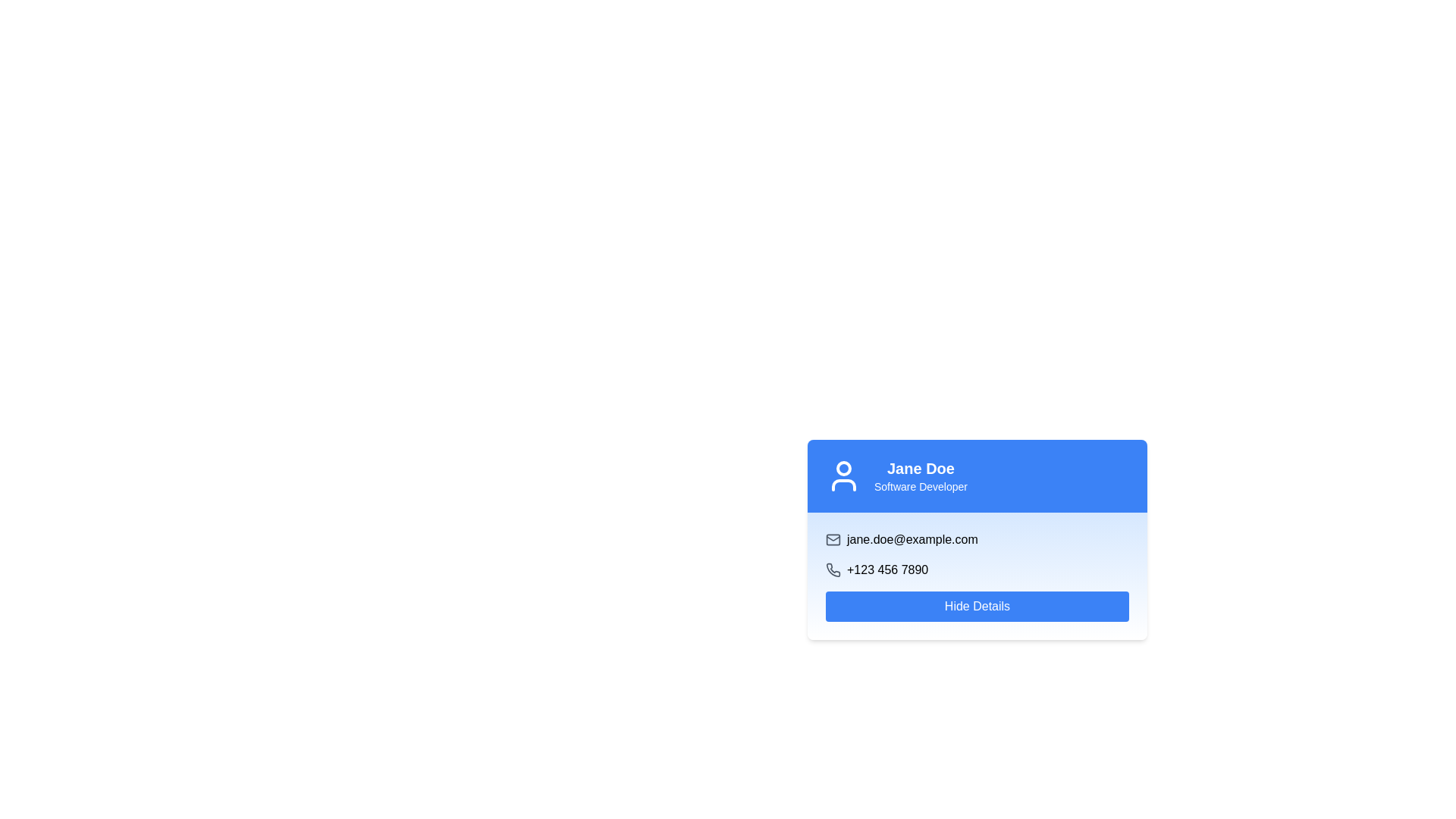  I want to click on text display showing 'Software Developer' located below the name 'Jane Doe' in the blue header section of the information card, so click(920, 486).